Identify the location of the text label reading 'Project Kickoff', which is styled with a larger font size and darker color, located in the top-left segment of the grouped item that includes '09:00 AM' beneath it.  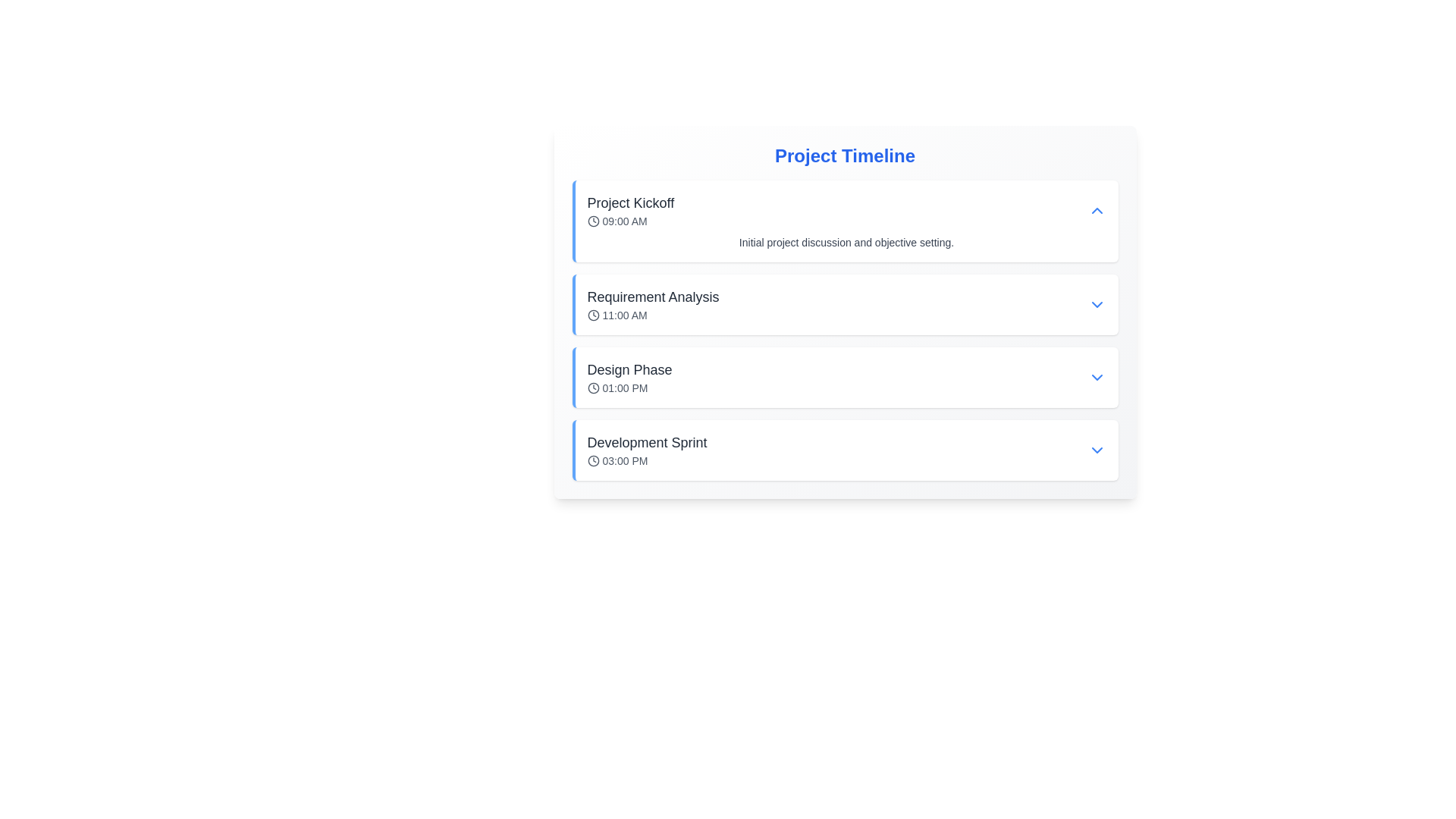
(630, 202).